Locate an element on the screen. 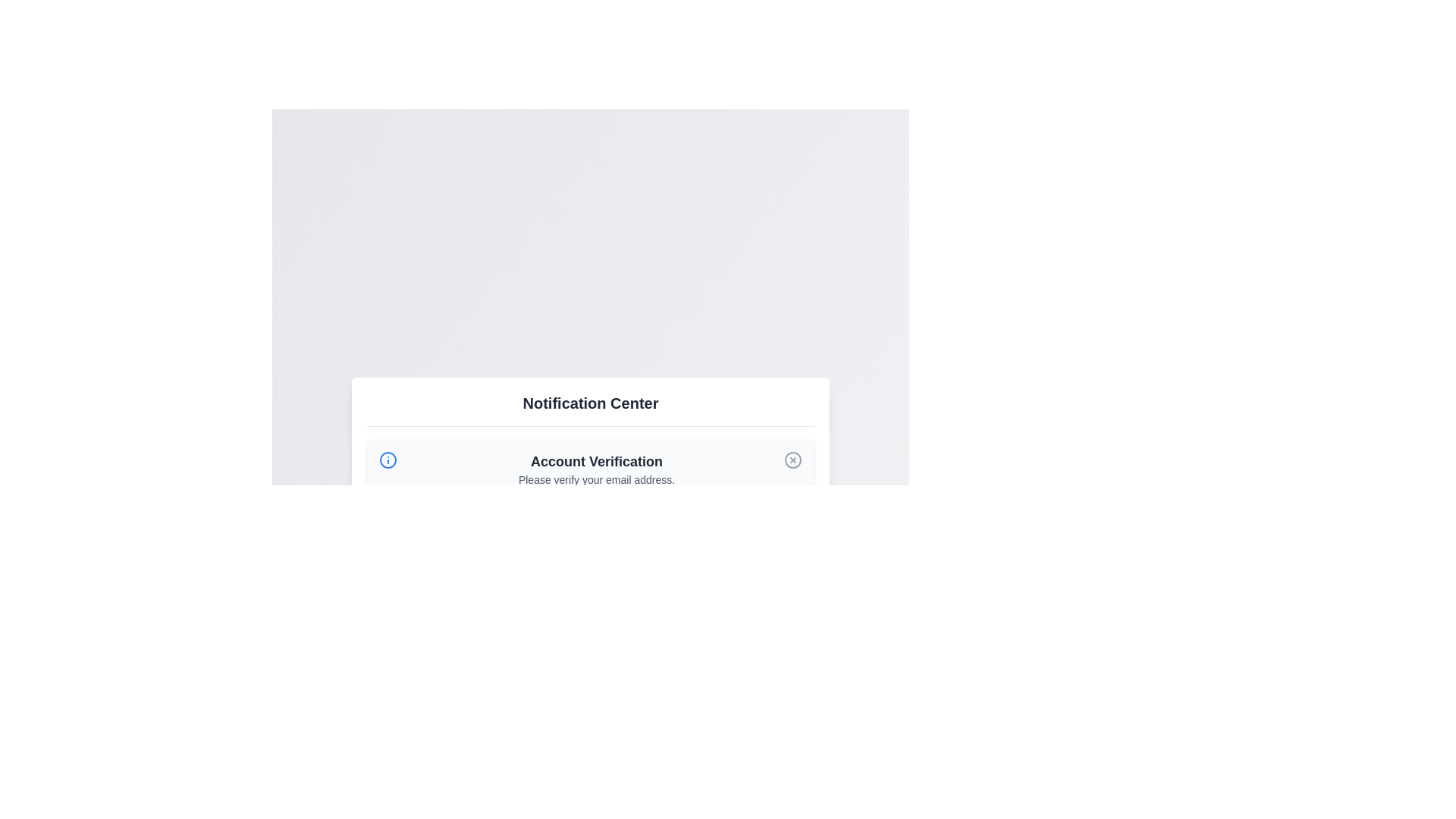 Image resolution: width=1456 pixels, height=819 pixels. the circular information icon with a blue outline located at the top-left corner of the notification card, adjacent to the 'Account Verification' text, as a static visual indicator is located at coordinates (388, 458).